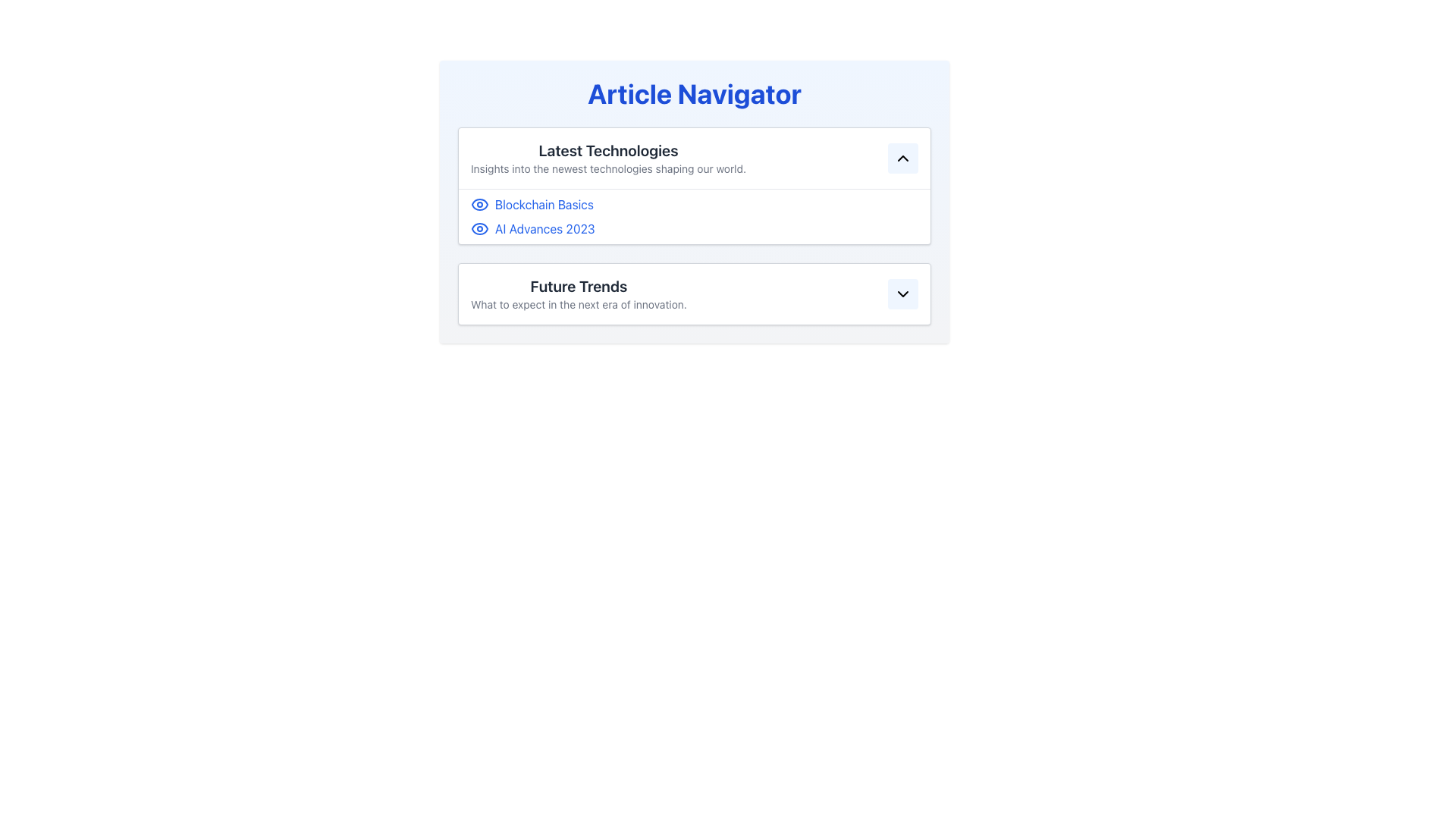 This screenshot has width=1456, height=819. What do you see at coordinates (479, 205) in the screenshot?
I see `the icon representing visibility or access for the 'Blockchain Basics' link in the 'Latest Technologies' section` at bounding box center [479, 205].